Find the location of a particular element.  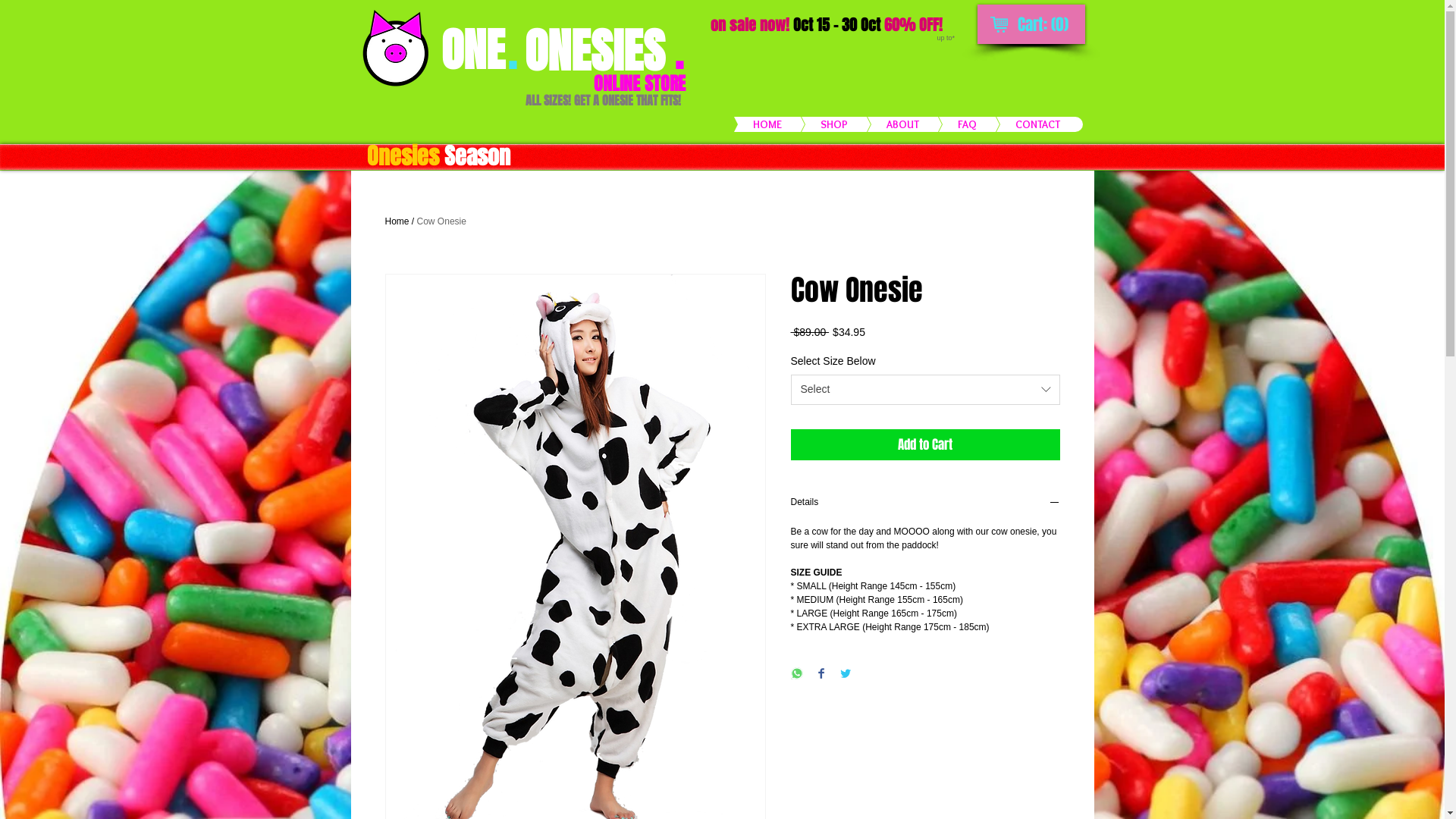

'SHOP' is located at coordinates (811, 124).